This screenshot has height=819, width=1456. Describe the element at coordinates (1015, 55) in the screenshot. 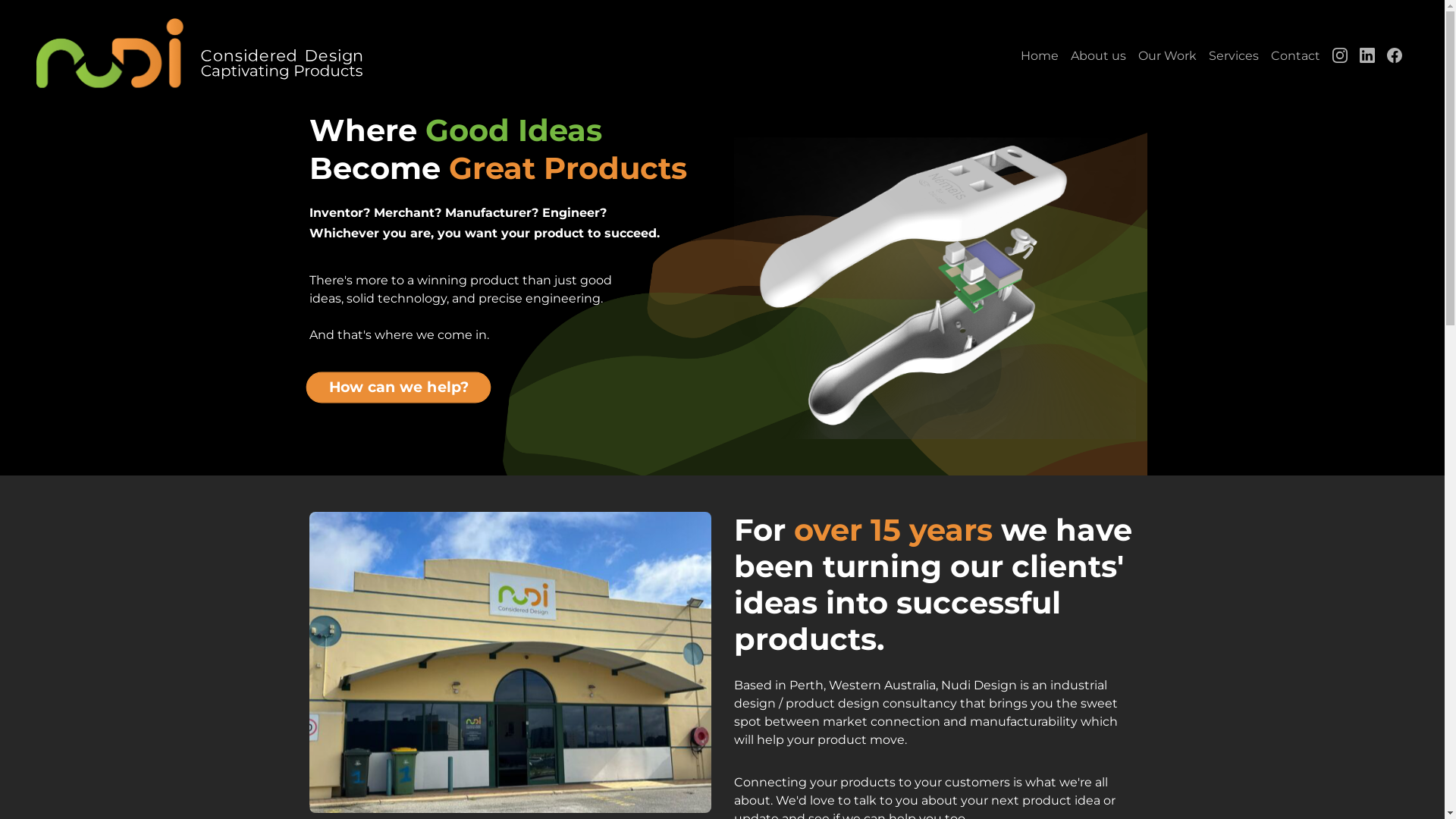

I see `'Home'` at that location.